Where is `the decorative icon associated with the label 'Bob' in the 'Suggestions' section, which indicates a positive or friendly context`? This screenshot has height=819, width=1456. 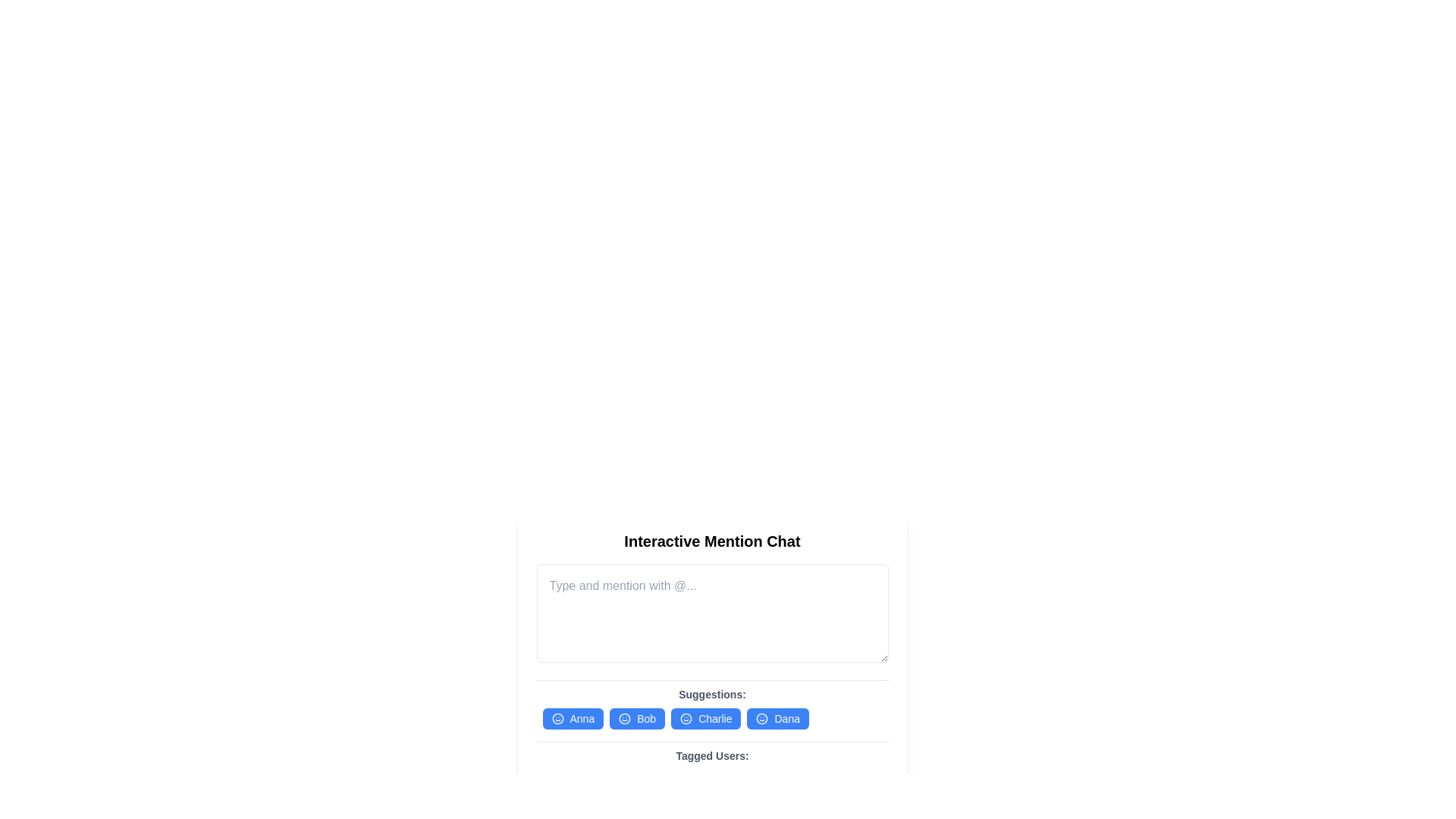
the decorative icon associated with the label 'Bob' in the 'Suggestions' section, which indicates a positive or friendly context is located at coordinates (625, 718).